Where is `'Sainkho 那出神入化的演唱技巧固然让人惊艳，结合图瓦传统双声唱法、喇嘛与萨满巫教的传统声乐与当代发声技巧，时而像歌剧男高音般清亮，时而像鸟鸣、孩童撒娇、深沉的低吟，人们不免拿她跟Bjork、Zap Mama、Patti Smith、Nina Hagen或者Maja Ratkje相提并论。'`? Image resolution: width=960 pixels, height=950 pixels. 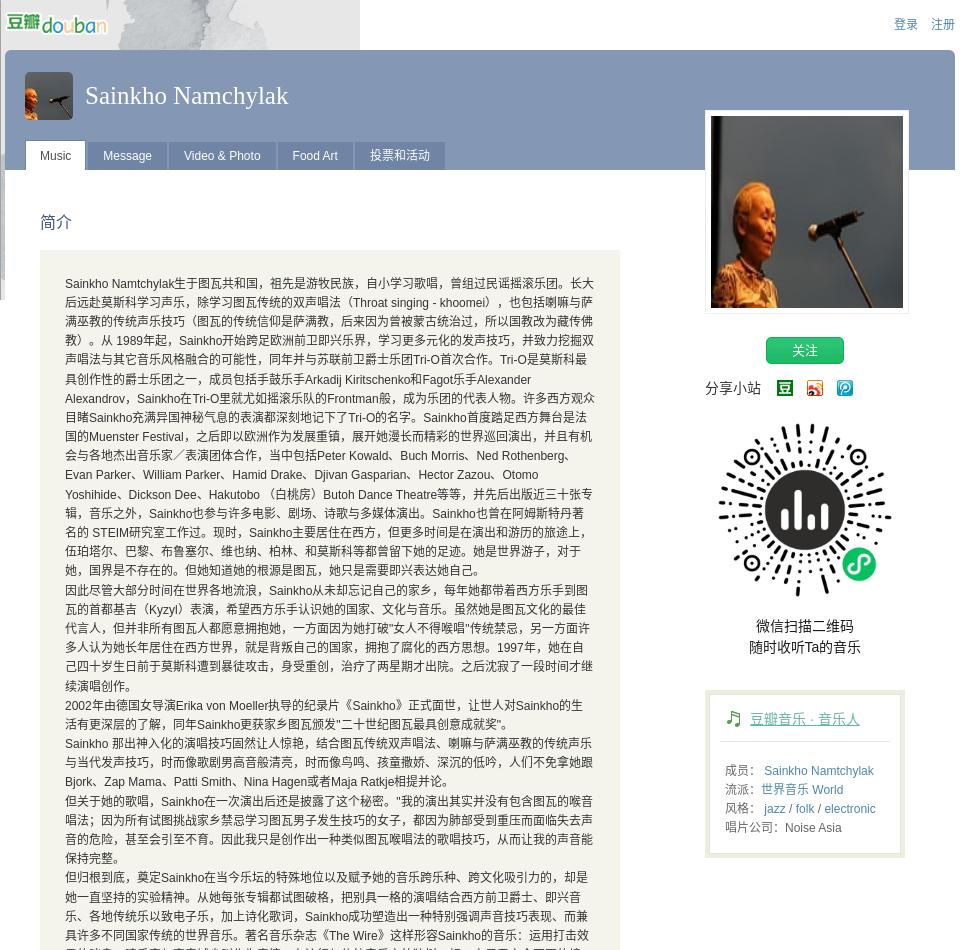 'Sainkho 那出神入化的演唱技巧固然让人惊艳，结合图瓦传统双声唱法、喇嘛与萨满巫教的传统声乐与当代发声技巧，时而像歌剧男高音般清亮，时而像鸟鸣、孩童撒娇、深沉的低吟，人们不免拿她跟Bjork、Zap Mama、Patti Smith、Nina Hagen或者Maja Ratkje相提并论。' is located at coordinates (328, 762).